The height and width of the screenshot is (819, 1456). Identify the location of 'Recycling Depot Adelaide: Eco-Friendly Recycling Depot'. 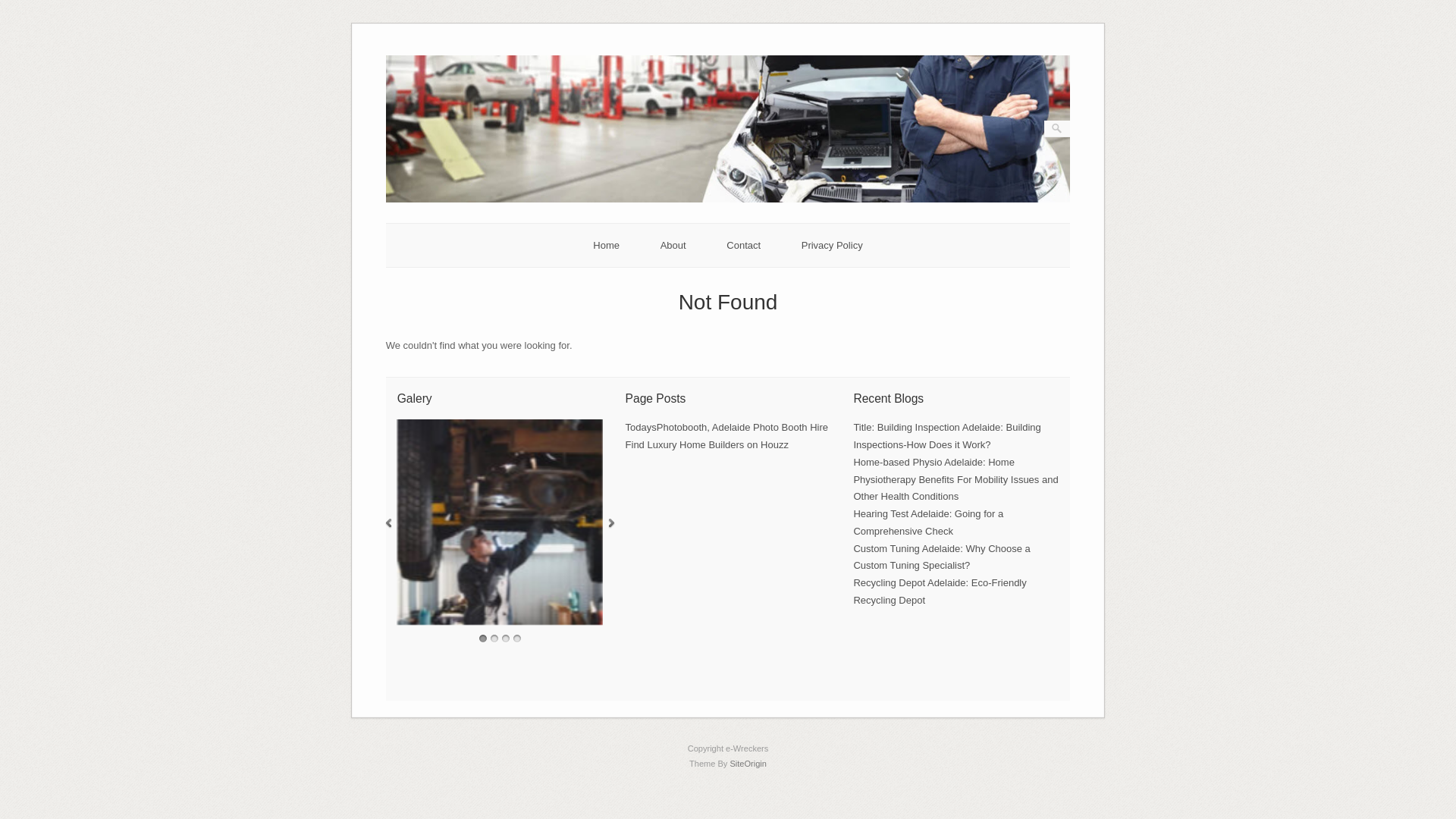
(938, 590).